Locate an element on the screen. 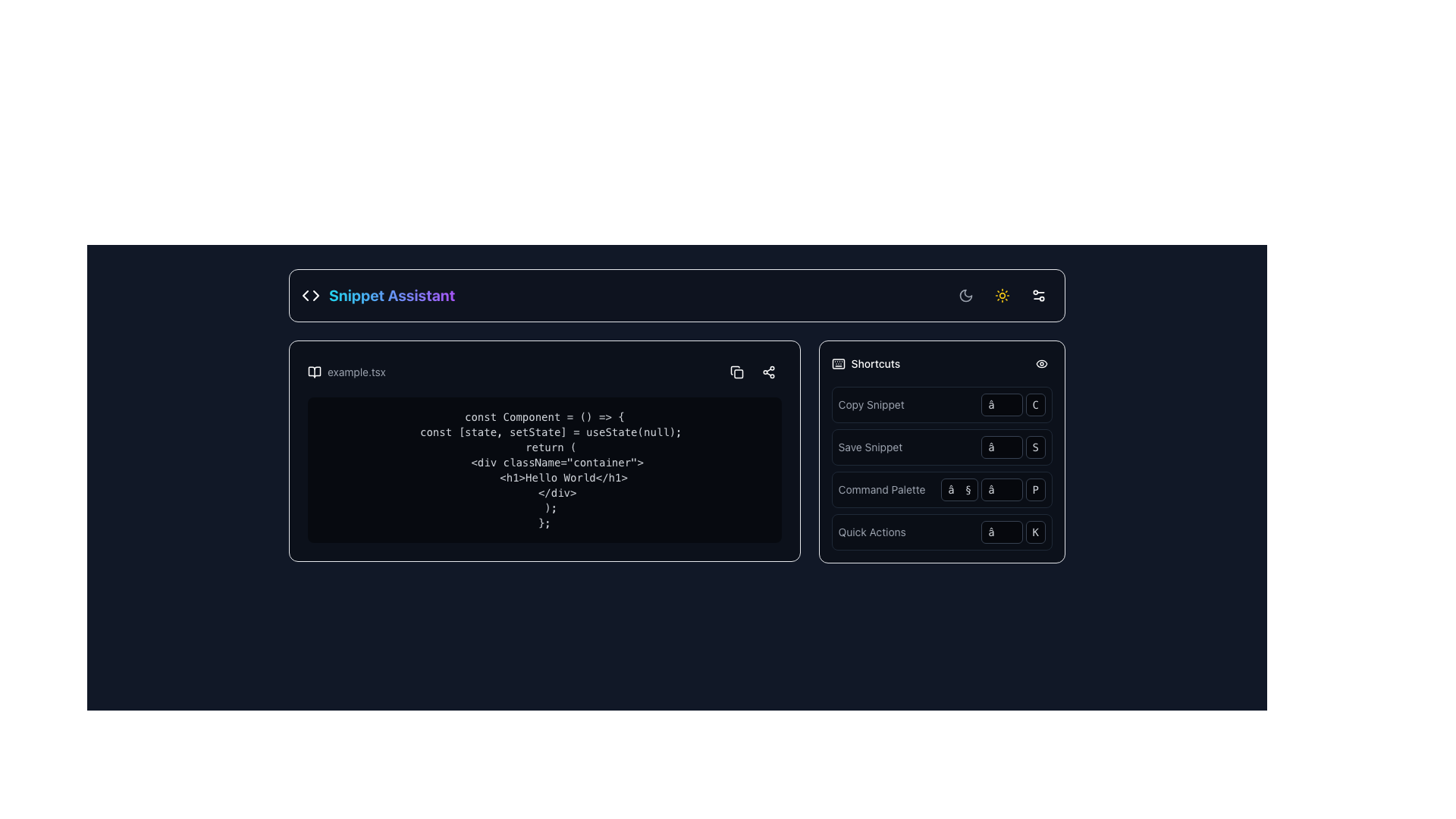 The width and height of the screenshot is (1456, 819). the Shortcut indicator button displaying '⌘ K', which is located in the 'Quick Actions' section to the right of the title is located at coordinates (1013, 532).